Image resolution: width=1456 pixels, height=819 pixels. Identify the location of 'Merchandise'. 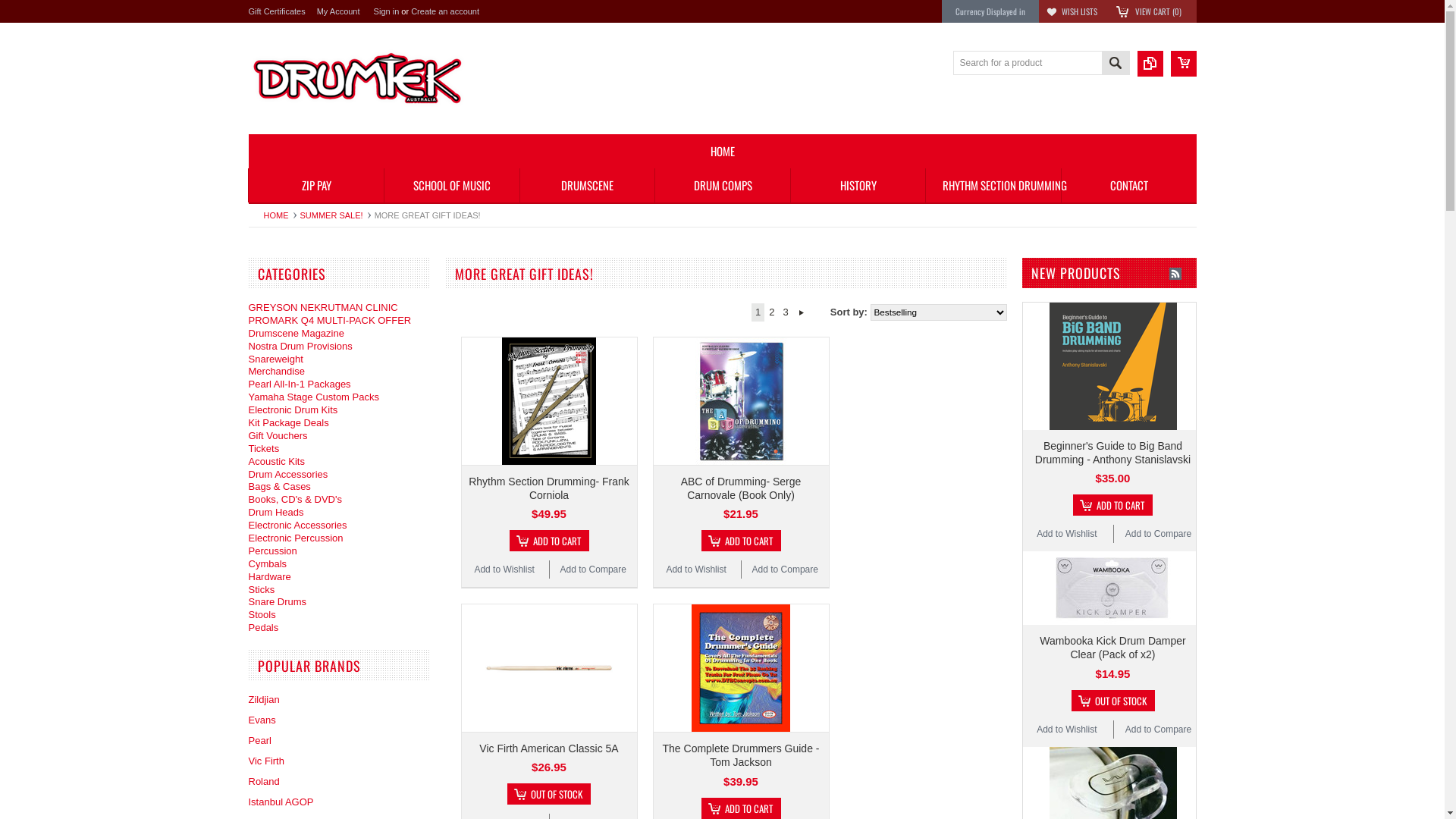
(276, 371).